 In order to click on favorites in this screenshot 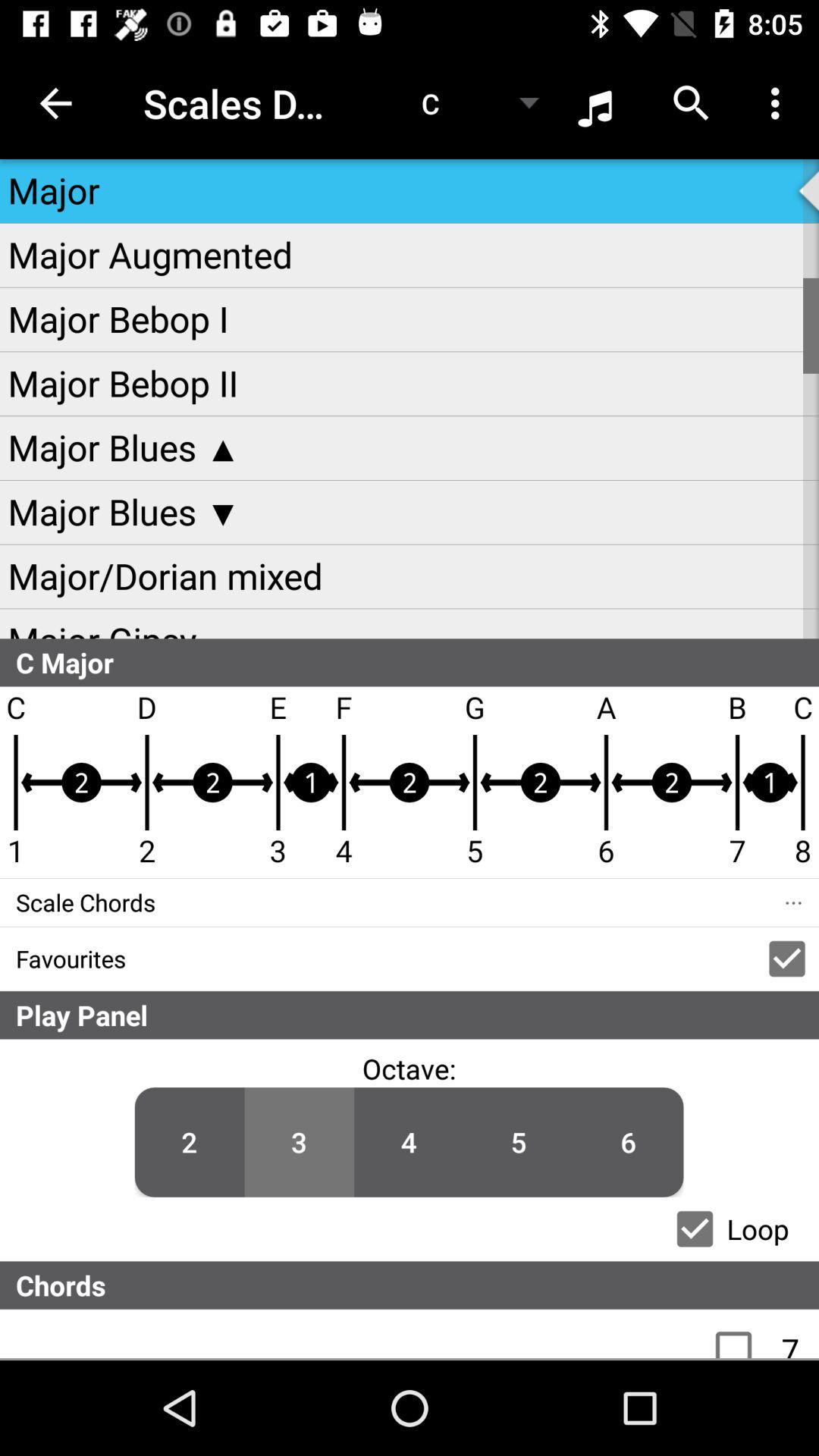, I will do `click(786, 958)`.